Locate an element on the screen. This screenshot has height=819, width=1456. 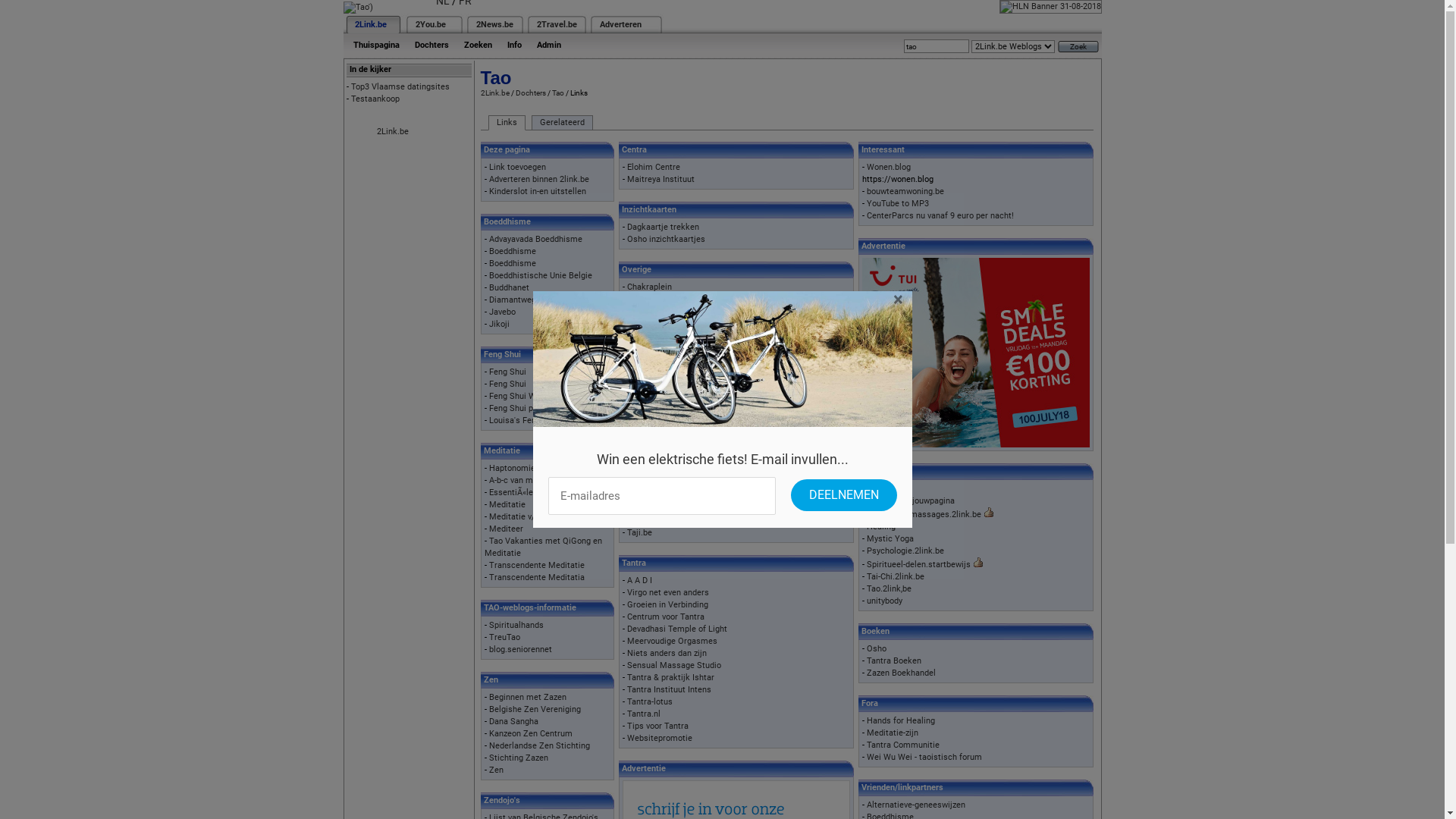
'Boeddhistische Unie Belgie' is located at coordinates (539, 275).